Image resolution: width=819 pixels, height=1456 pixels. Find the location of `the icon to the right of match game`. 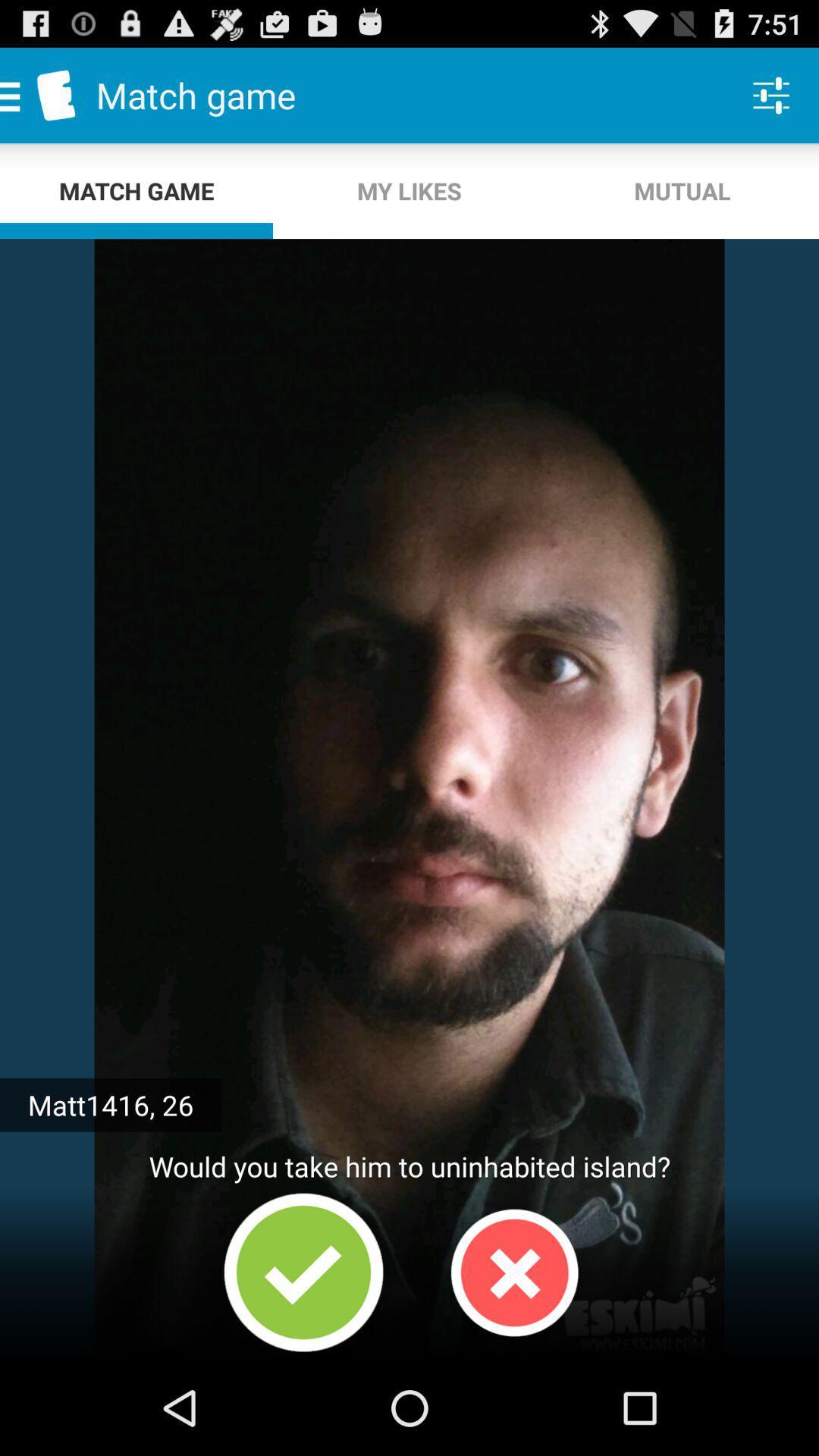

the icon to the right of match game is located at coordinates (409, 190).